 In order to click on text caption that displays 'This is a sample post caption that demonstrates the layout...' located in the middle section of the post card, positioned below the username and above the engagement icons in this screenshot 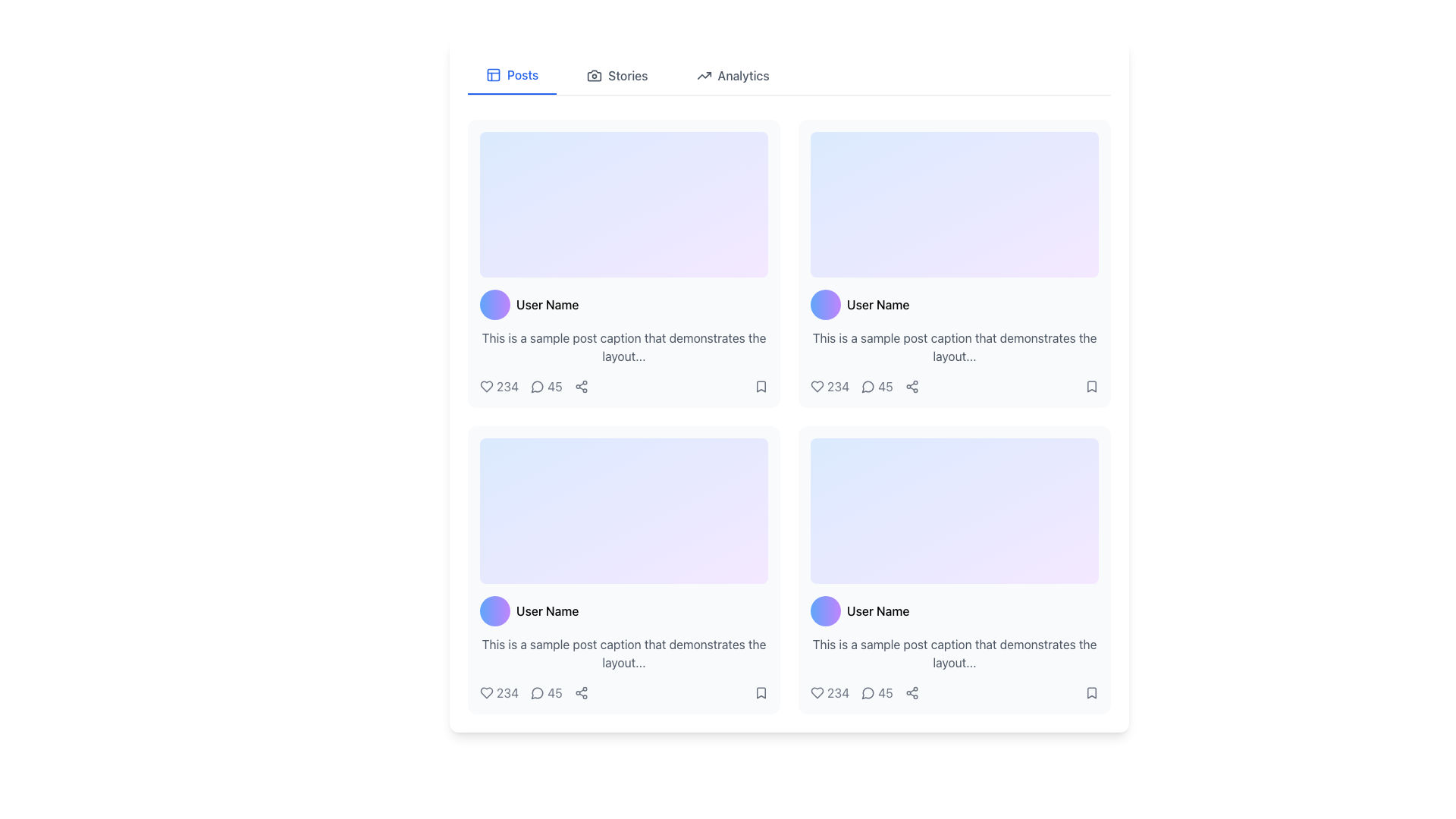, I will do `click(623, 347)`.